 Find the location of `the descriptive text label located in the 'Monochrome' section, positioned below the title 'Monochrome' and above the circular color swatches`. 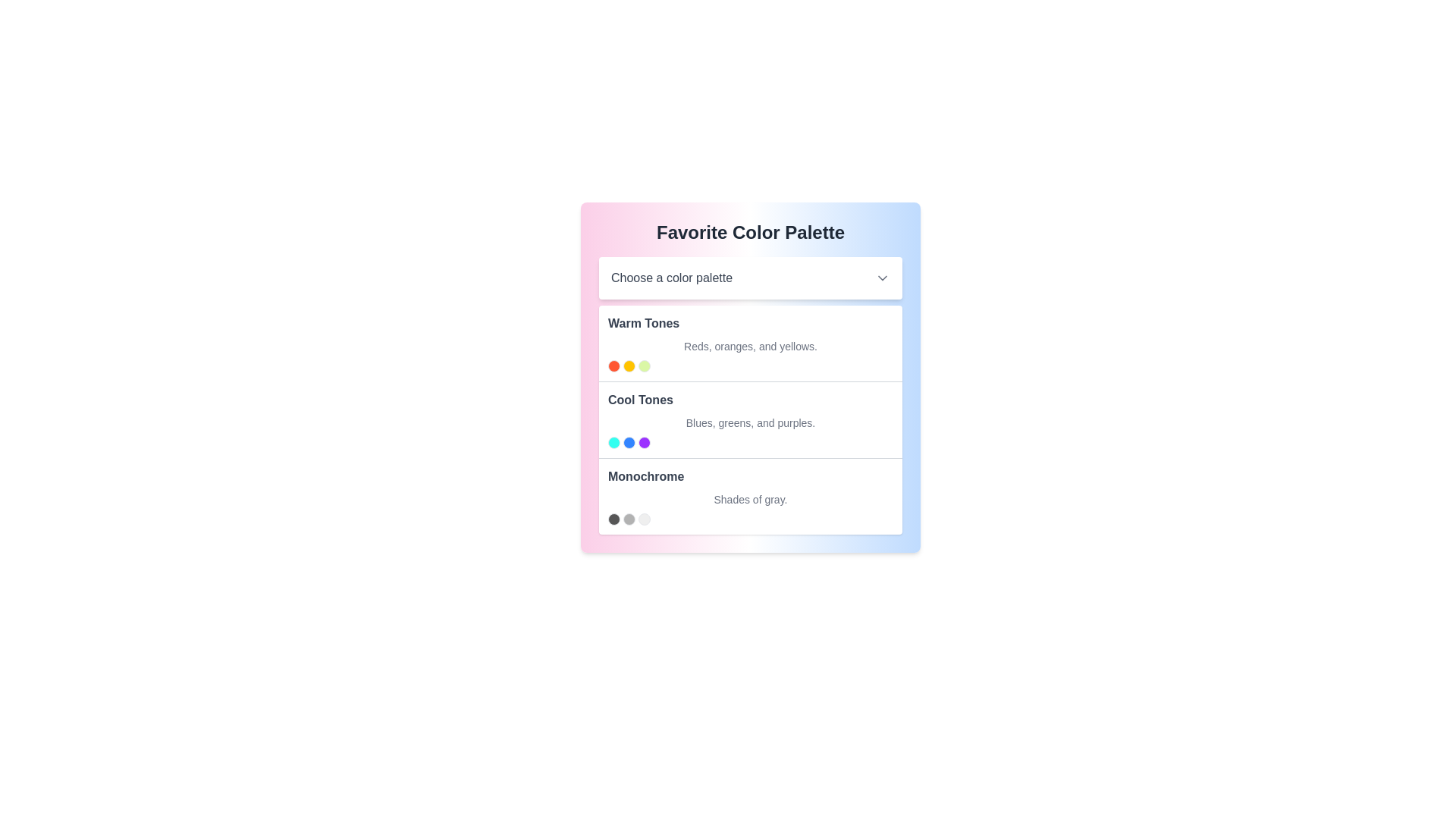

the descriptive text label located in the 'Monochrome' section, positioned below the title 'Monochrome' and above the circular color swatches is located at coordinates (750, 500).